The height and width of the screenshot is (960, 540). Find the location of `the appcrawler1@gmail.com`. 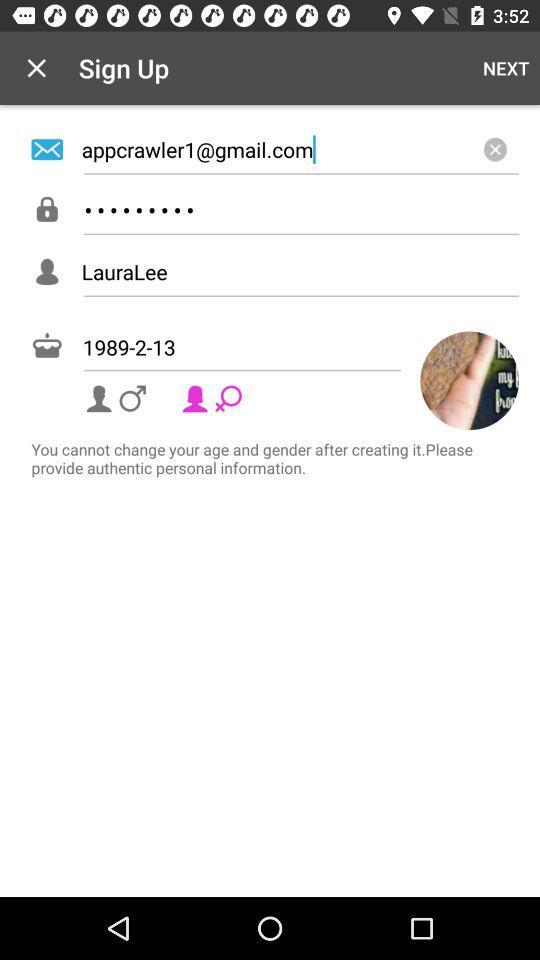

the appcrawler1@gmail.com is located at coordinates (299, 148).